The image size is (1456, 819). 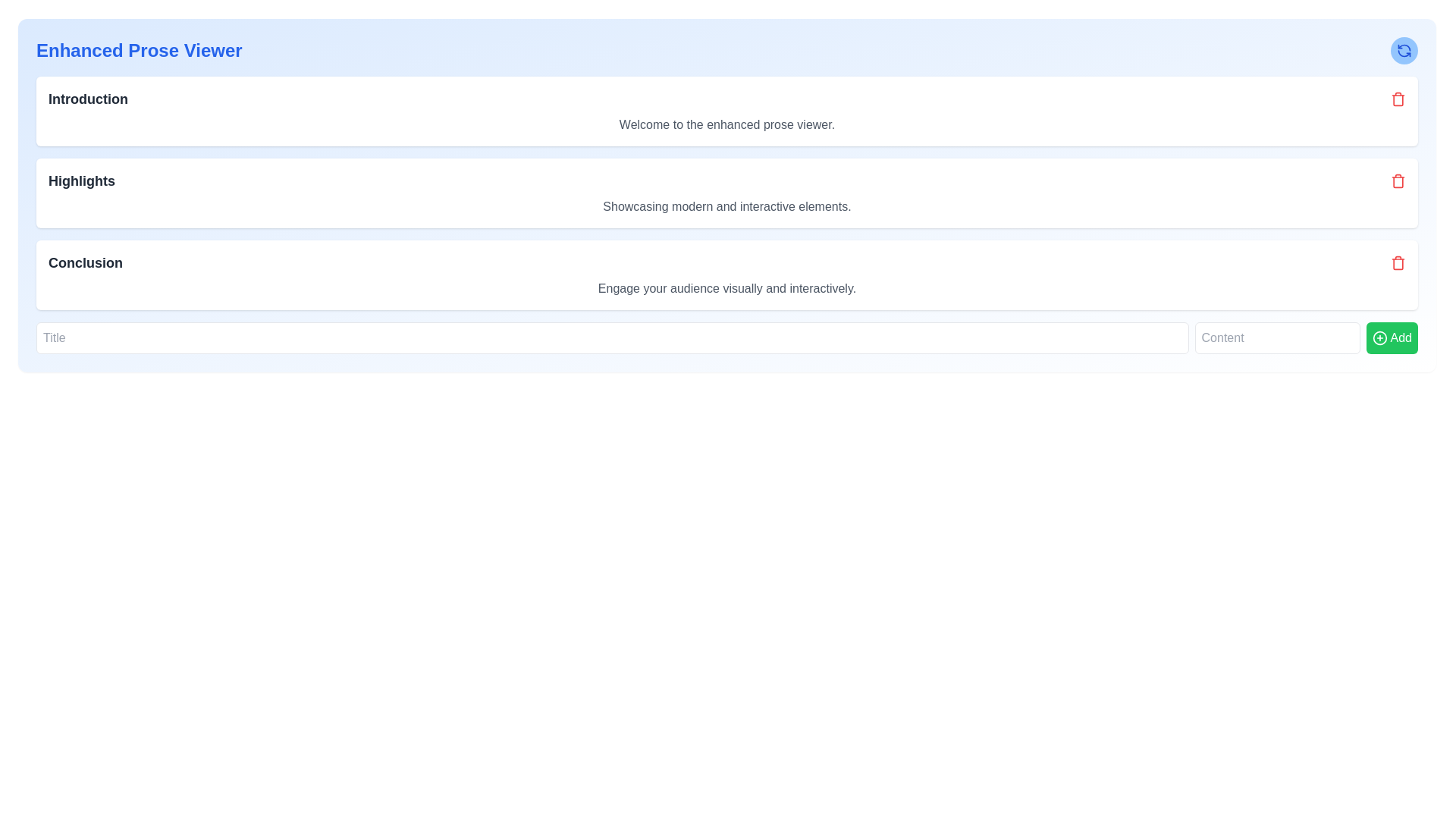 I want to click on the refresh icon located in the top-right corner of the interface, which is part of a circular button with a blue background, so click(x=1404, y=49).